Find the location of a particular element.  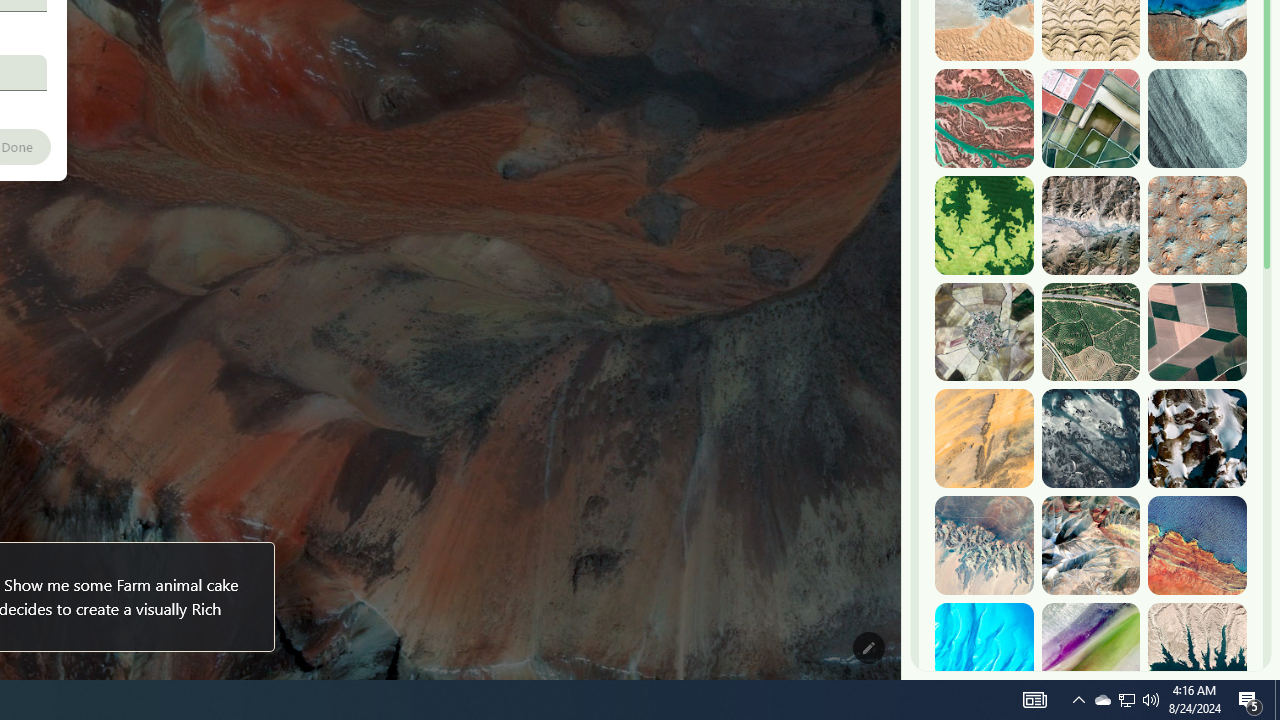

'Rikaze, China' is located at coordinates (1089, 225).